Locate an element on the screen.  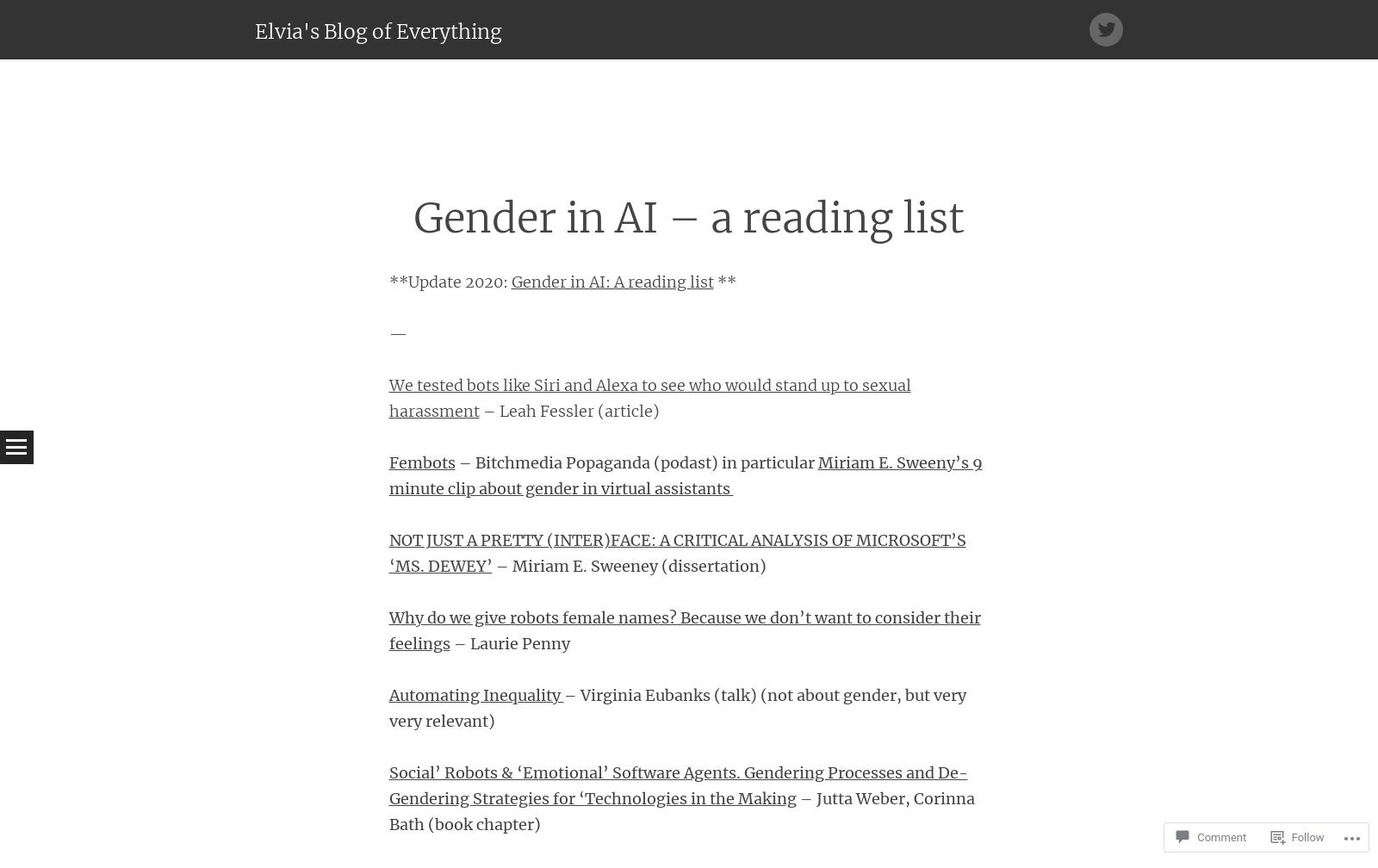
'Follow' is located at coordinates (1307, 837).